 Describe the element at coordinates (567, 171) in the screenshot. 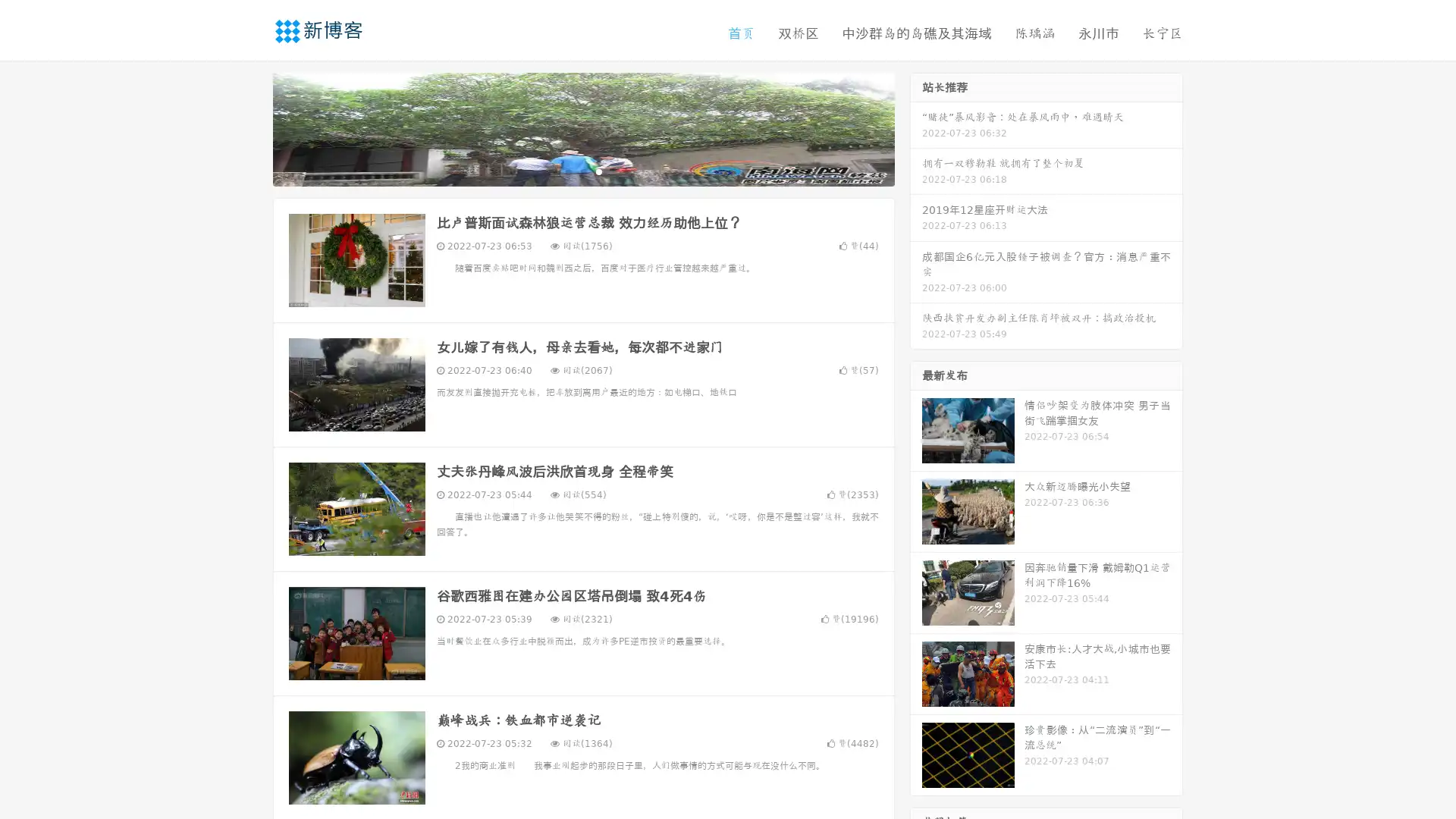

I see `Go to slide 1` at that location.